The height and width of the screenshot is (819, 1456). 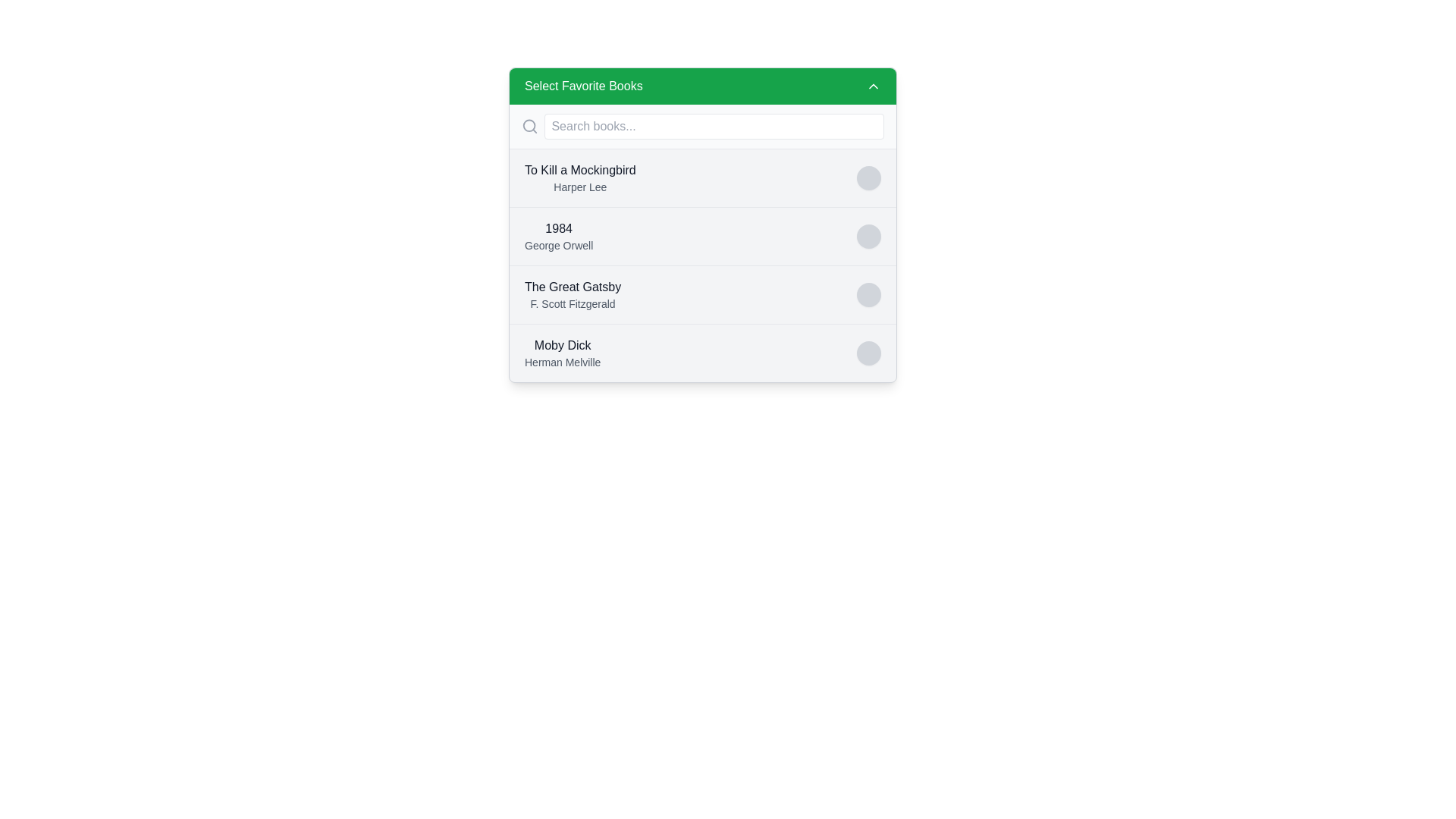 What do you see at coordinates (579, 177) in the screenshot?
I see `the text-based list item displaying 'To Kill a Mockingbird' by Harper Lee, which is the first item under the 'Select Favorite Books' section` at bounding box center [579, 177].